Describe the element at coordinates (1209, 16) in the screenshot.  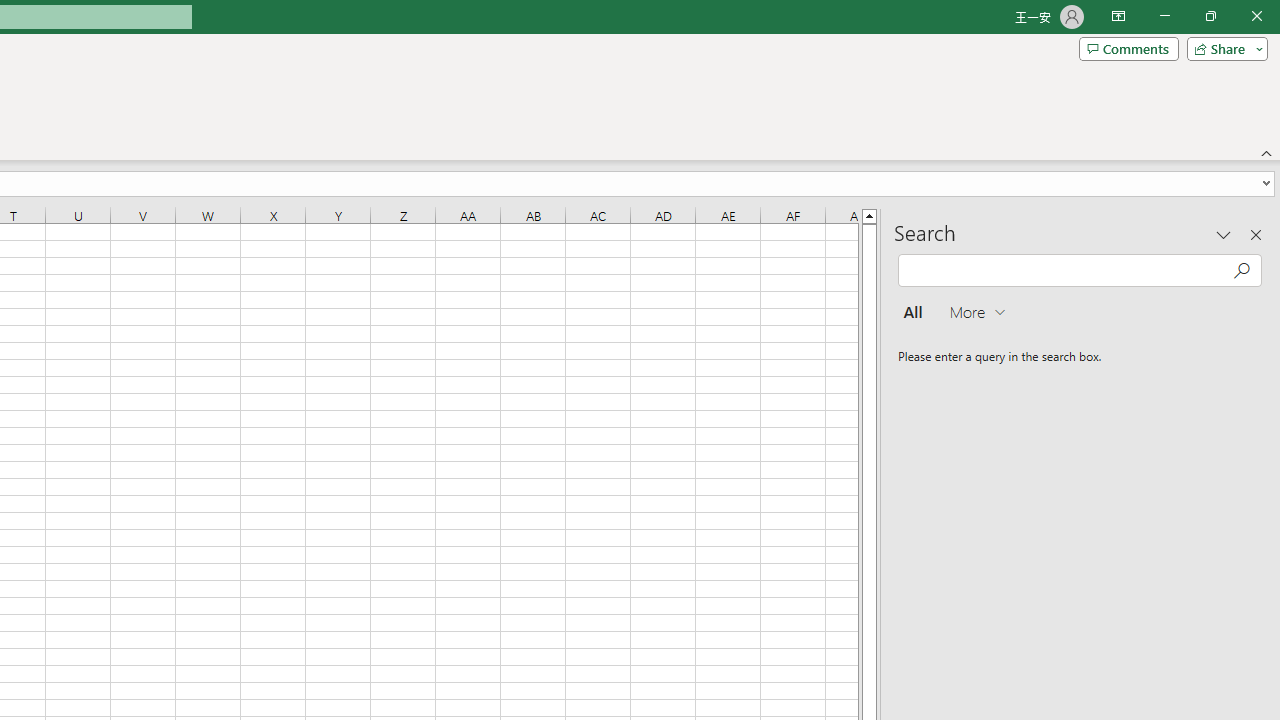
I see `'Restore Down'` at that location.